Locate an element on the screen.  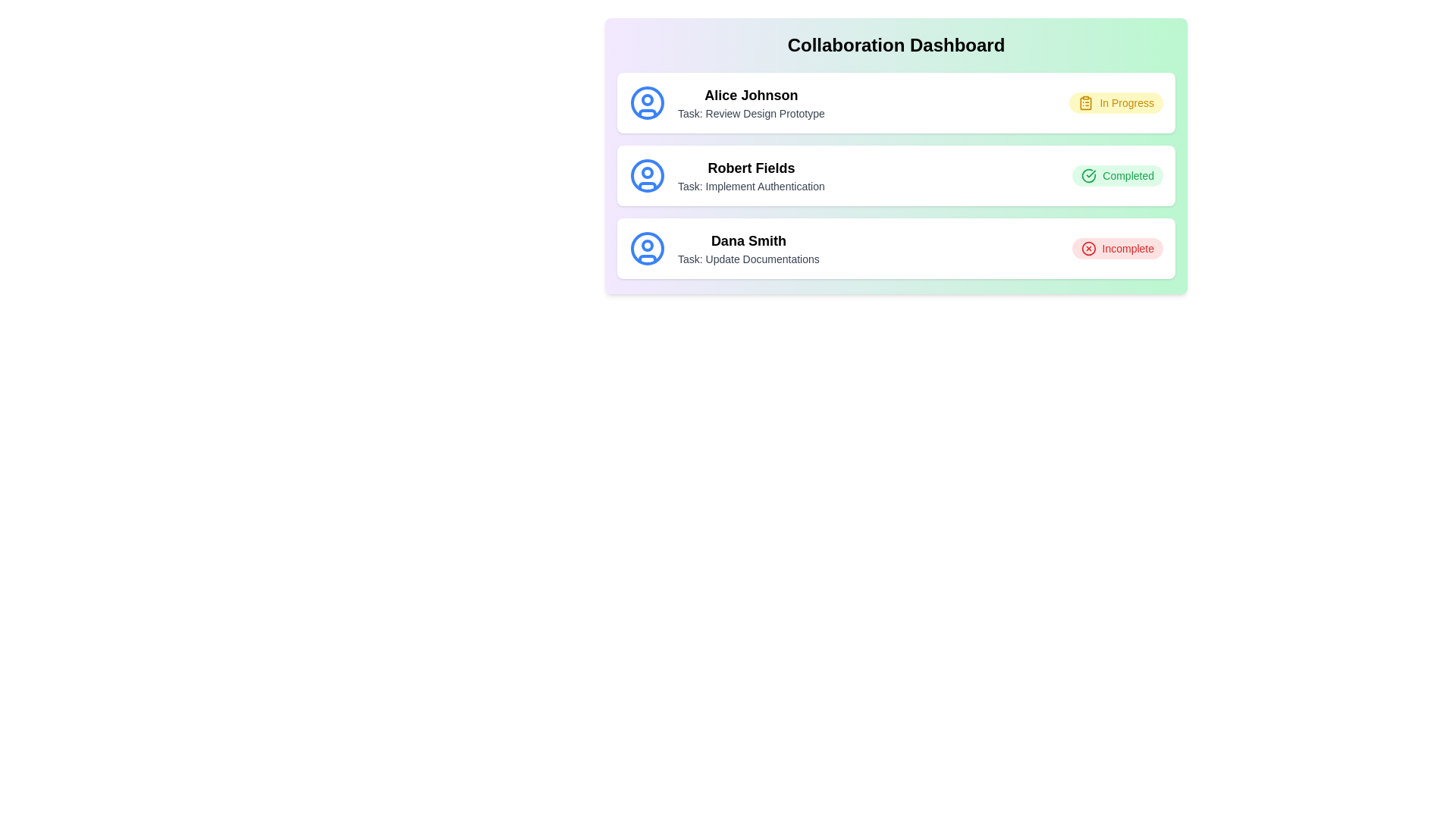
the task card for Robert Fields - Implement Authentication to view its details is located at coordinates (896, 174).